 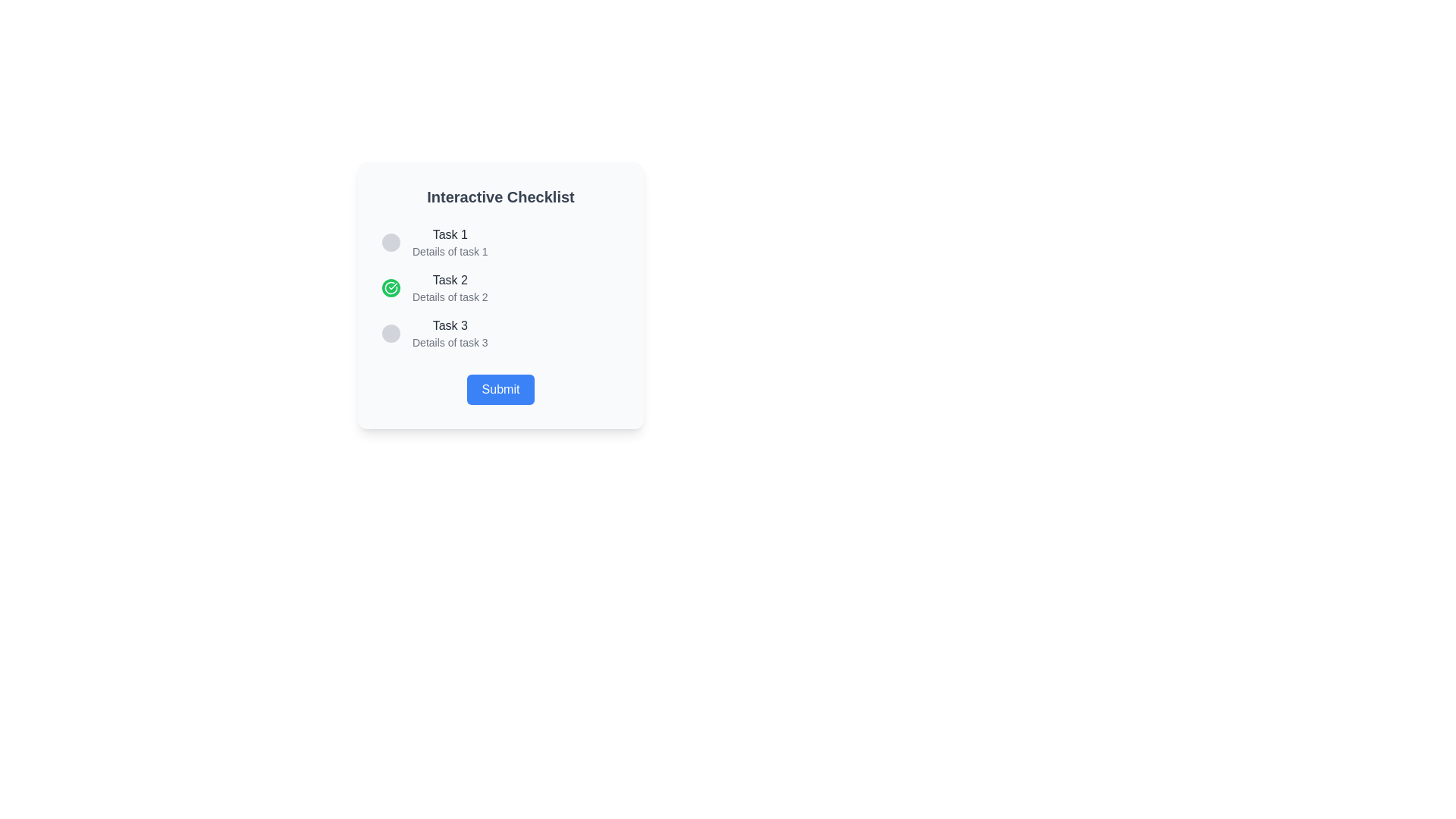 What do you see at coordinates (449, 288) in the screenshot?
I see `text block containing 'Task 2' in bold and 'Details of task 2' in a smaller font, located in the second position of a vertical checklist` at bounding box center [449, 288].